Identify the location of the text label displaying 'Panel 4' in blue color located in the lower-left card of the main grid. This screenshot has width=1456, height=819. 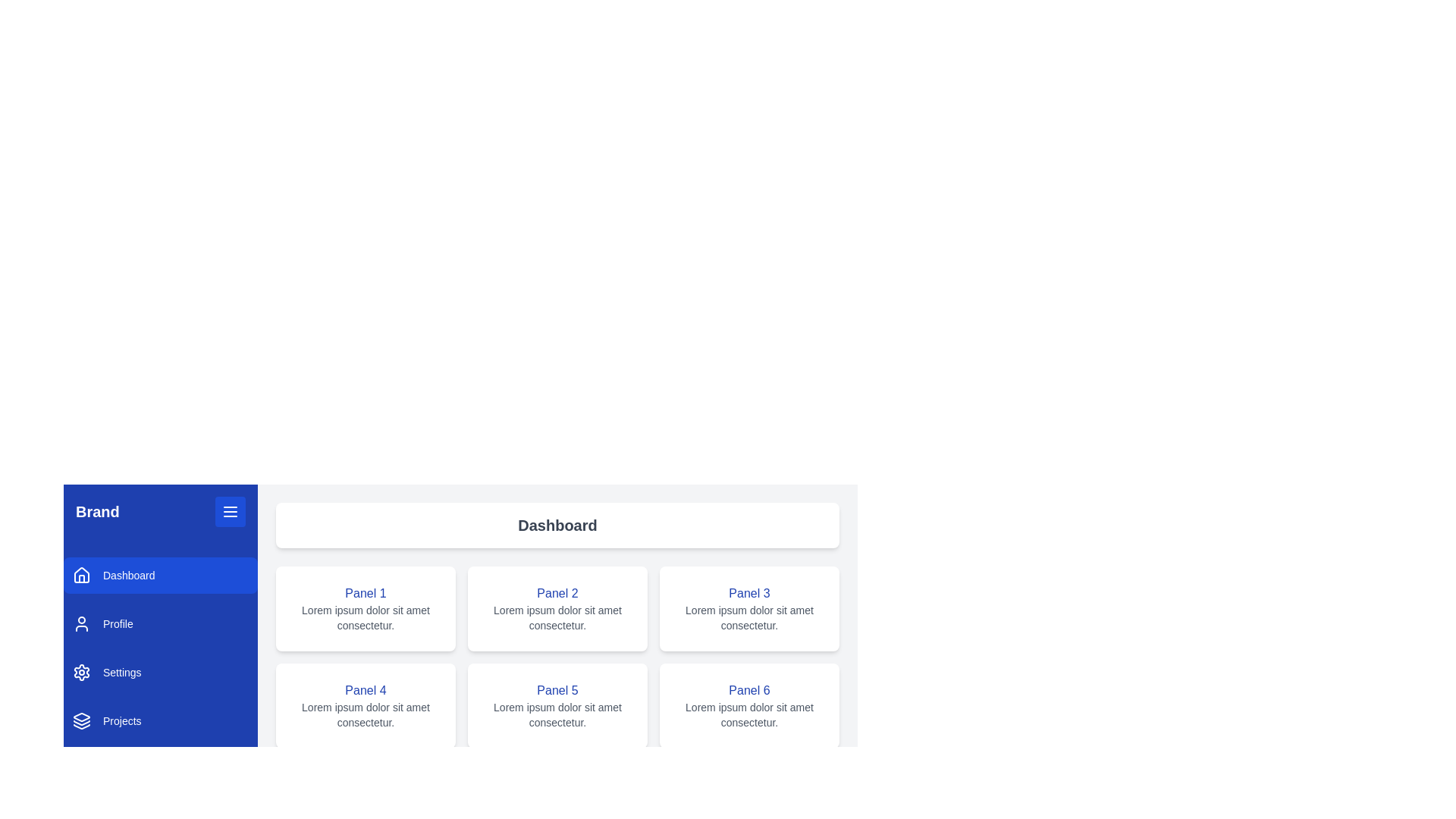
(366, 690).